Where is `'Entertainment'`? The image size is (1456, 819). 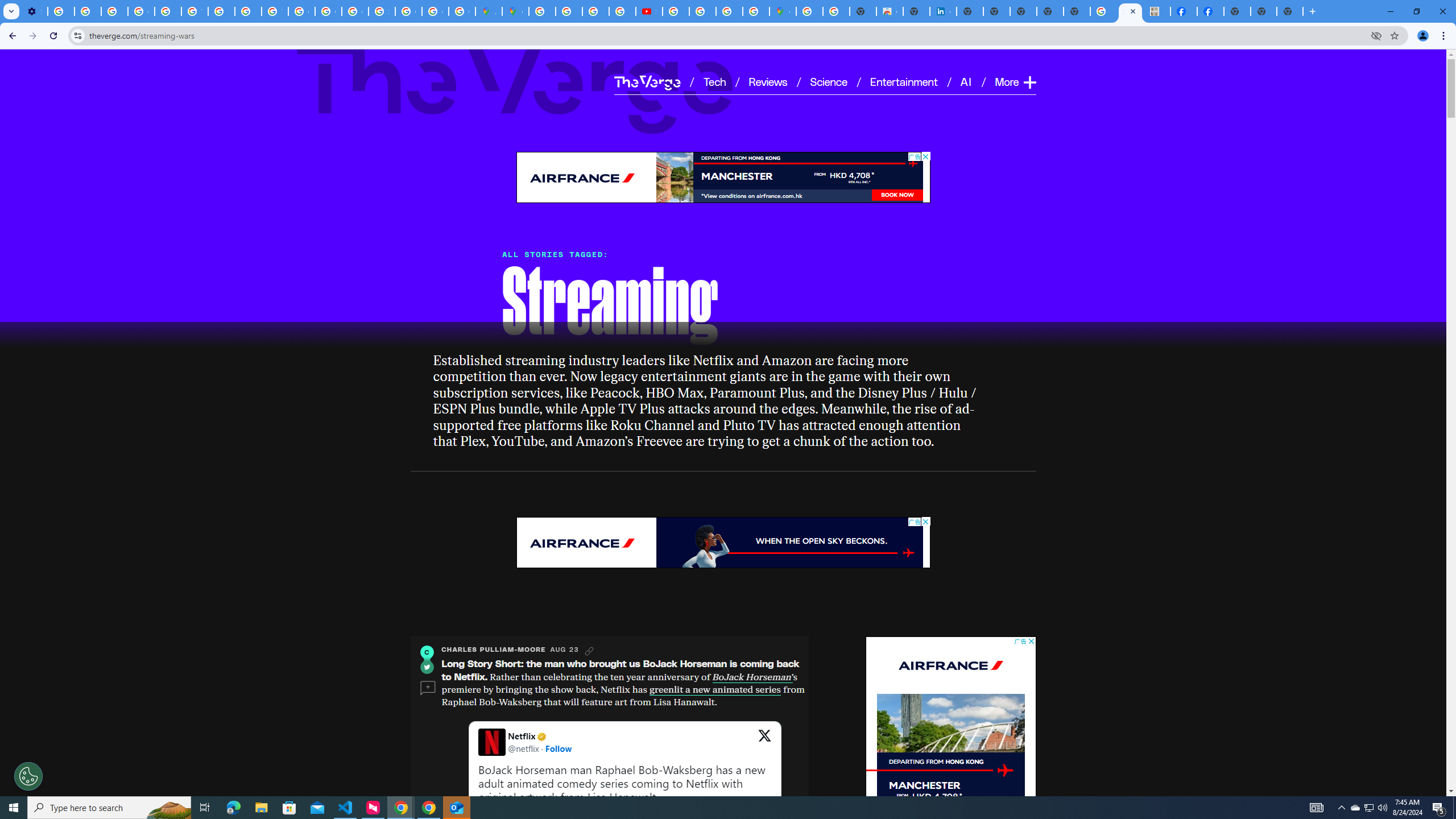
'Entertainment' is located at coordinates (904, 81).